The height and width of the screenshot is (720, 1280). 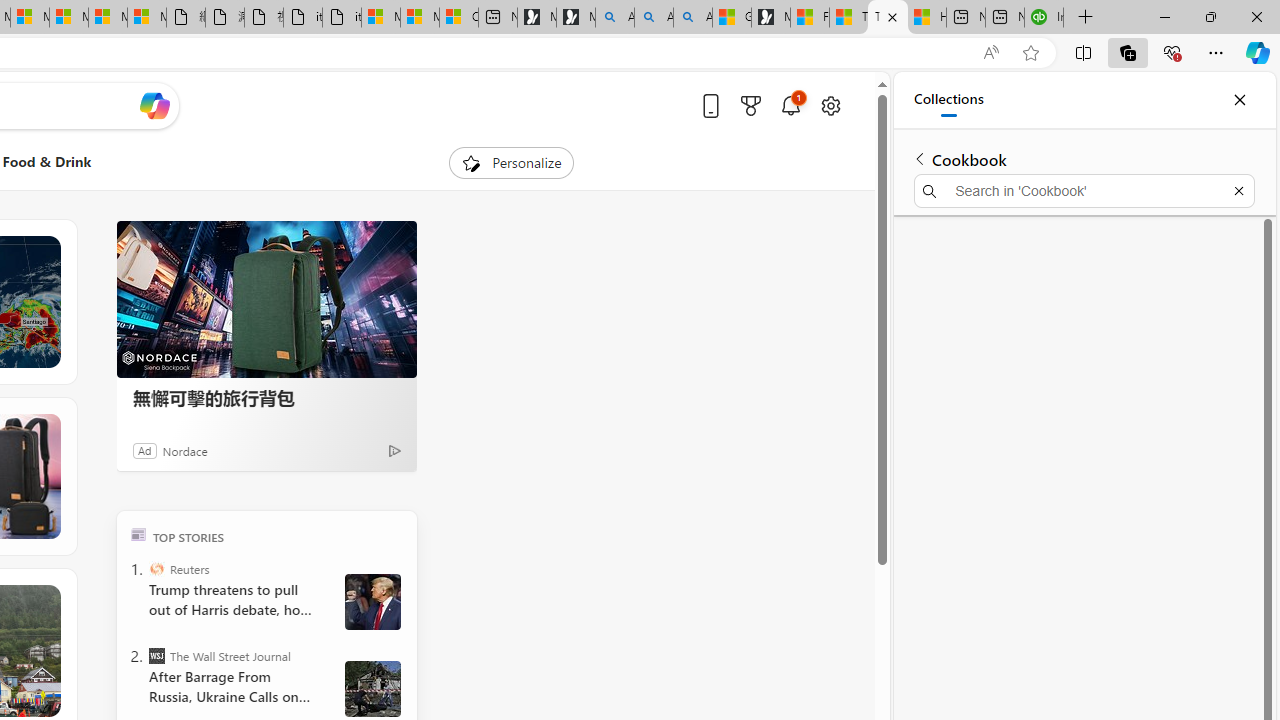 What do you see at coordinates (137, 533) in the screenshot?
I see `'TOP'` at bounding box center [137, 533].